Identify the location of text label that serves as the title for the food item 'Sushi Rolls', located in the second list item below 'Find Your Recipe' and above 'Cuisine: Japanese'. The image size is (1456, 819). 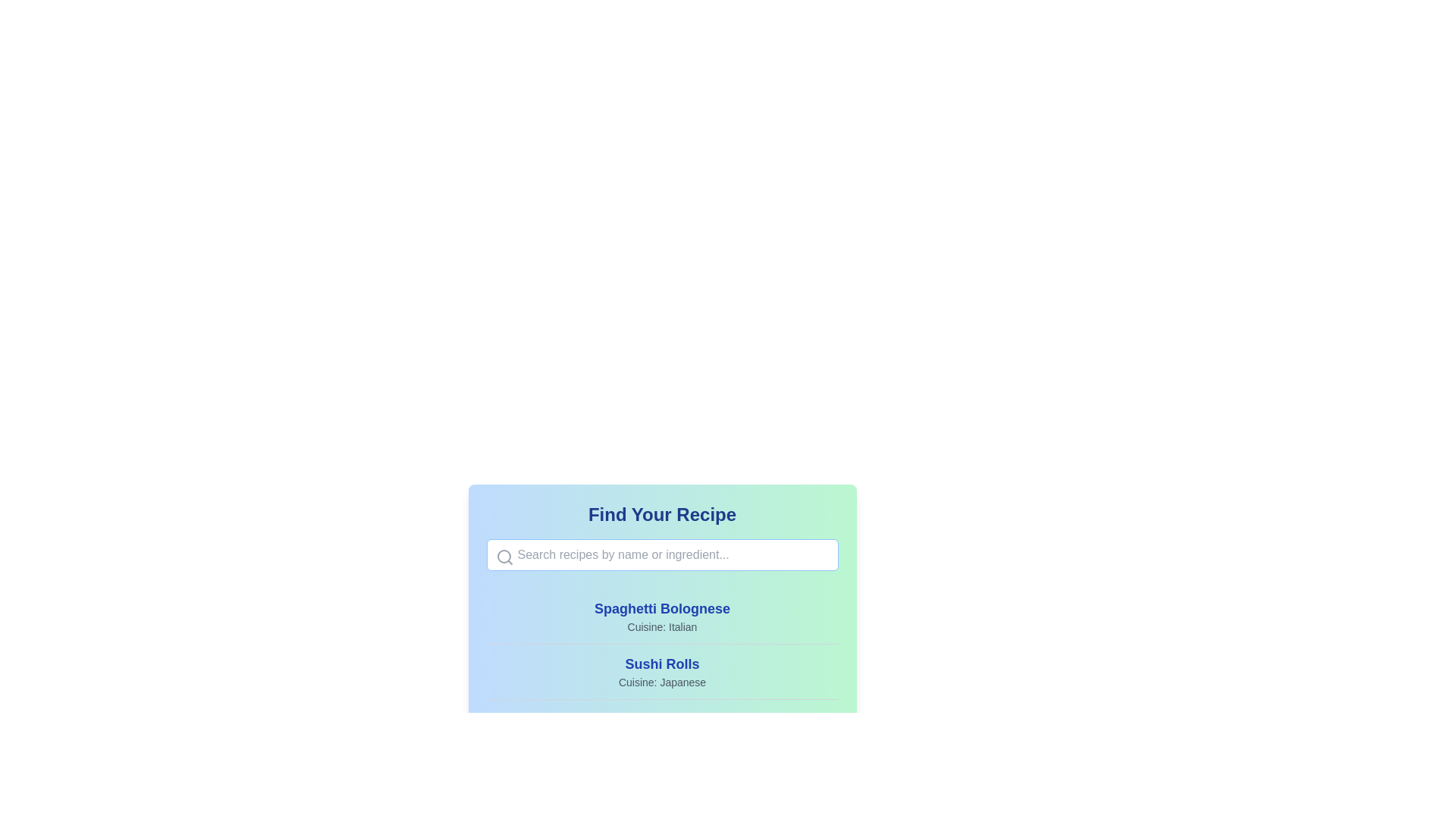
(662, 663).